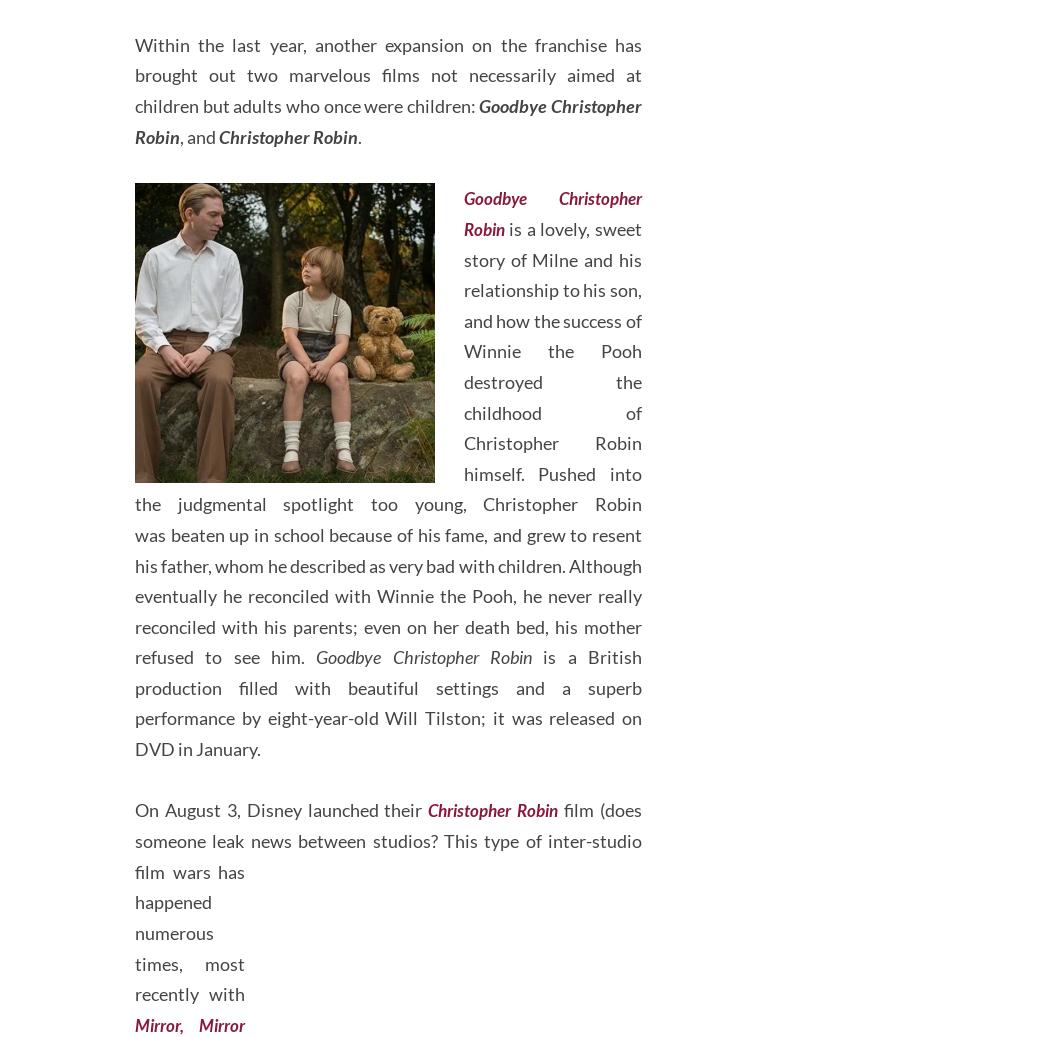 The image size is (1050, 1037). What do you see at coordinates (388, 777) in the screenshot?
I see `'is a British production filled with beautiful settings and a superb performance by eight-year-old Will Tilston; it was released on DVD in January.'` at bounding box center [388, 777].